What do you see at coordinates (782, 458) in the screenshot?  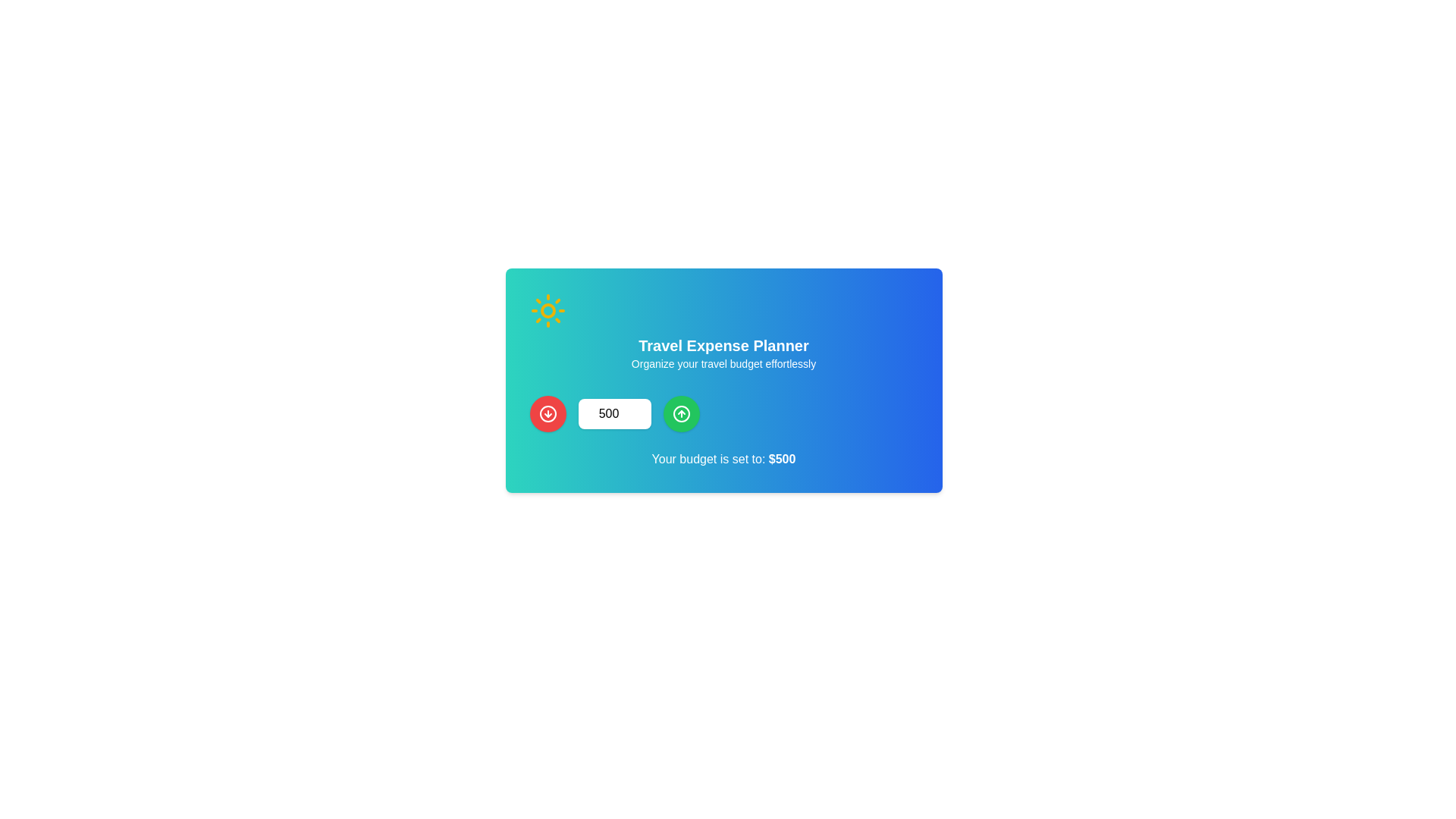 I see `the text label displaying '$500', which is styled in bold and located at the end of the sentence 'Your budget is set to: $500', near the bottom of a card with a gradient background` at bounding box center [782, 458].